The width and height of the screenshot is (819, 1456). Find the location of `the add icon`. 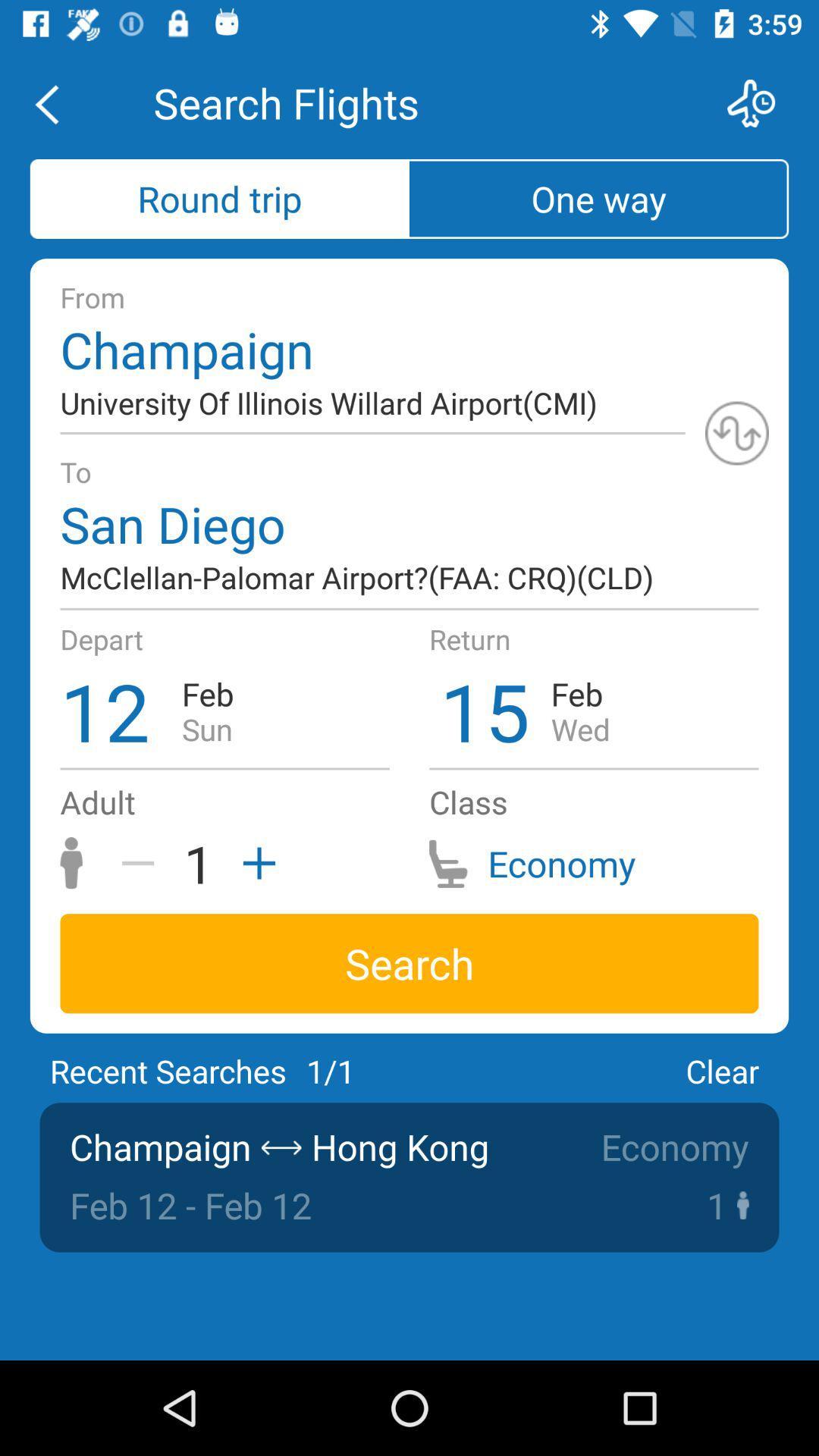

the add icon is located at coordinates (253, 863).